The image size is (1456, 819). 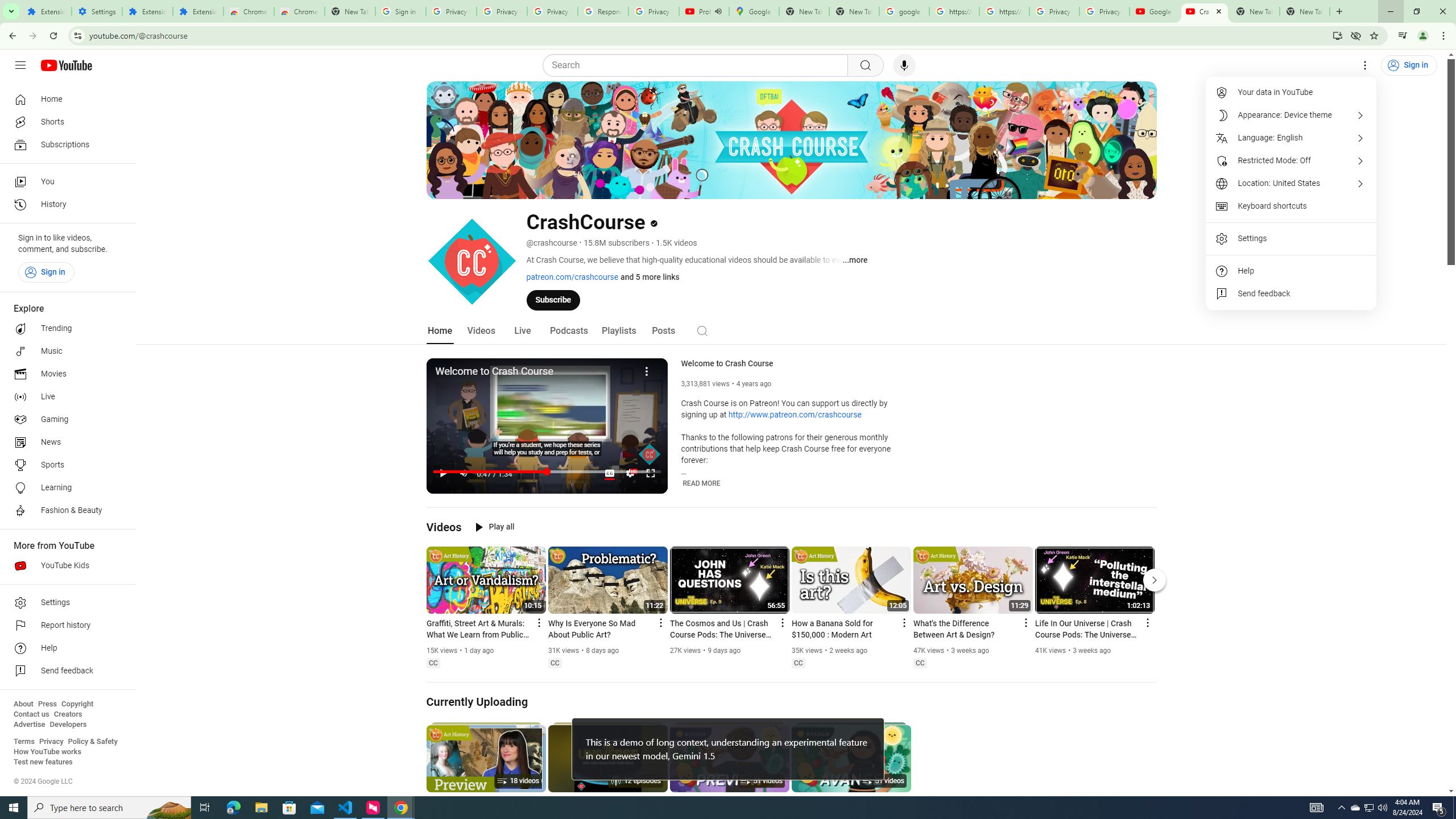 What do you see at coordinates (64, 510) in the screenshot?
I see `'Fashion & Beauty'` at bounding box center [64, 510].